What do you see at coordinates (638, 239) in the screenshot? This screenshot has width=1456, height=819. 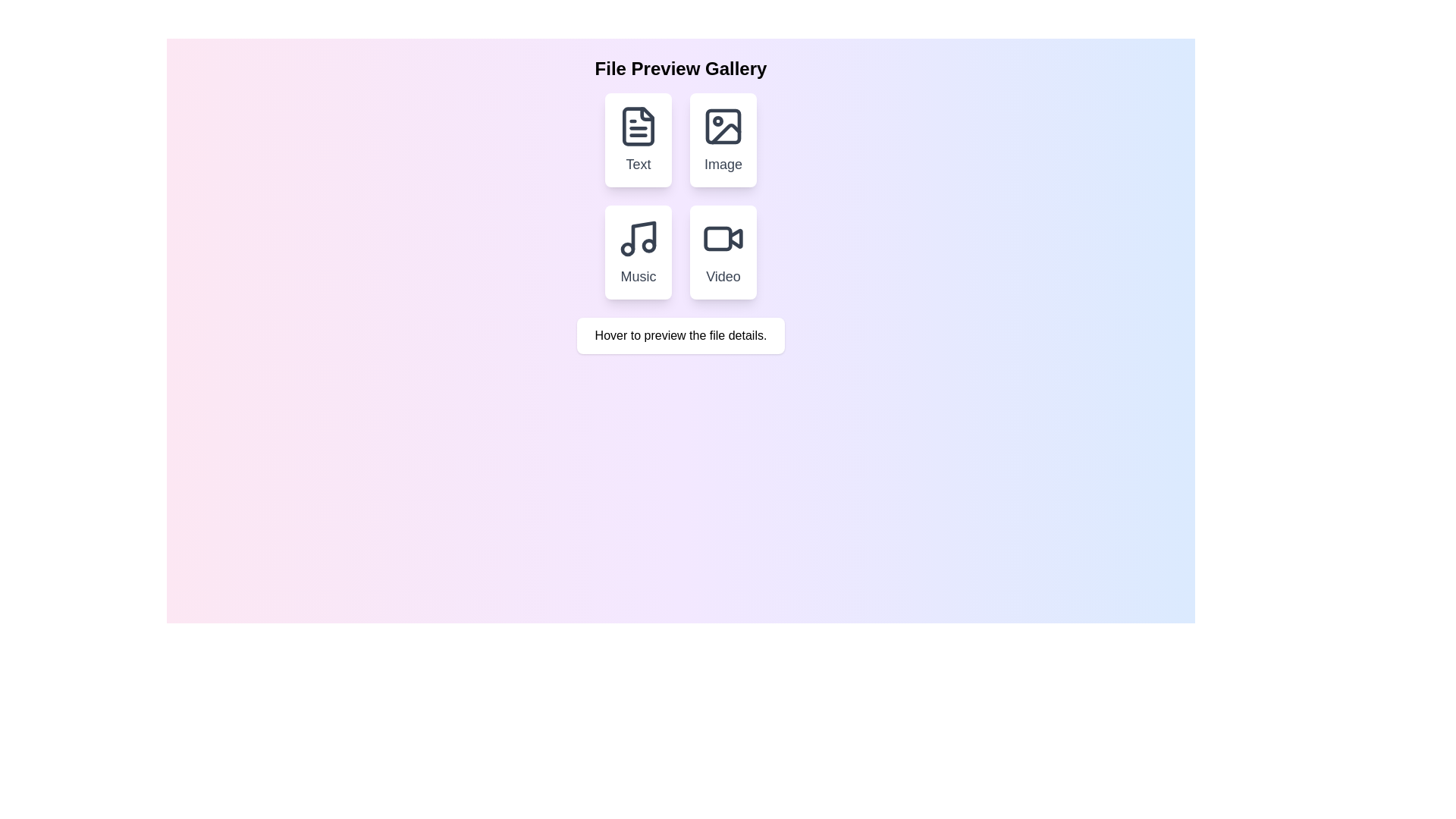 I see `the 'Music' icon located at the top of its card in the grid of file types` at bounding box center [638, 239].